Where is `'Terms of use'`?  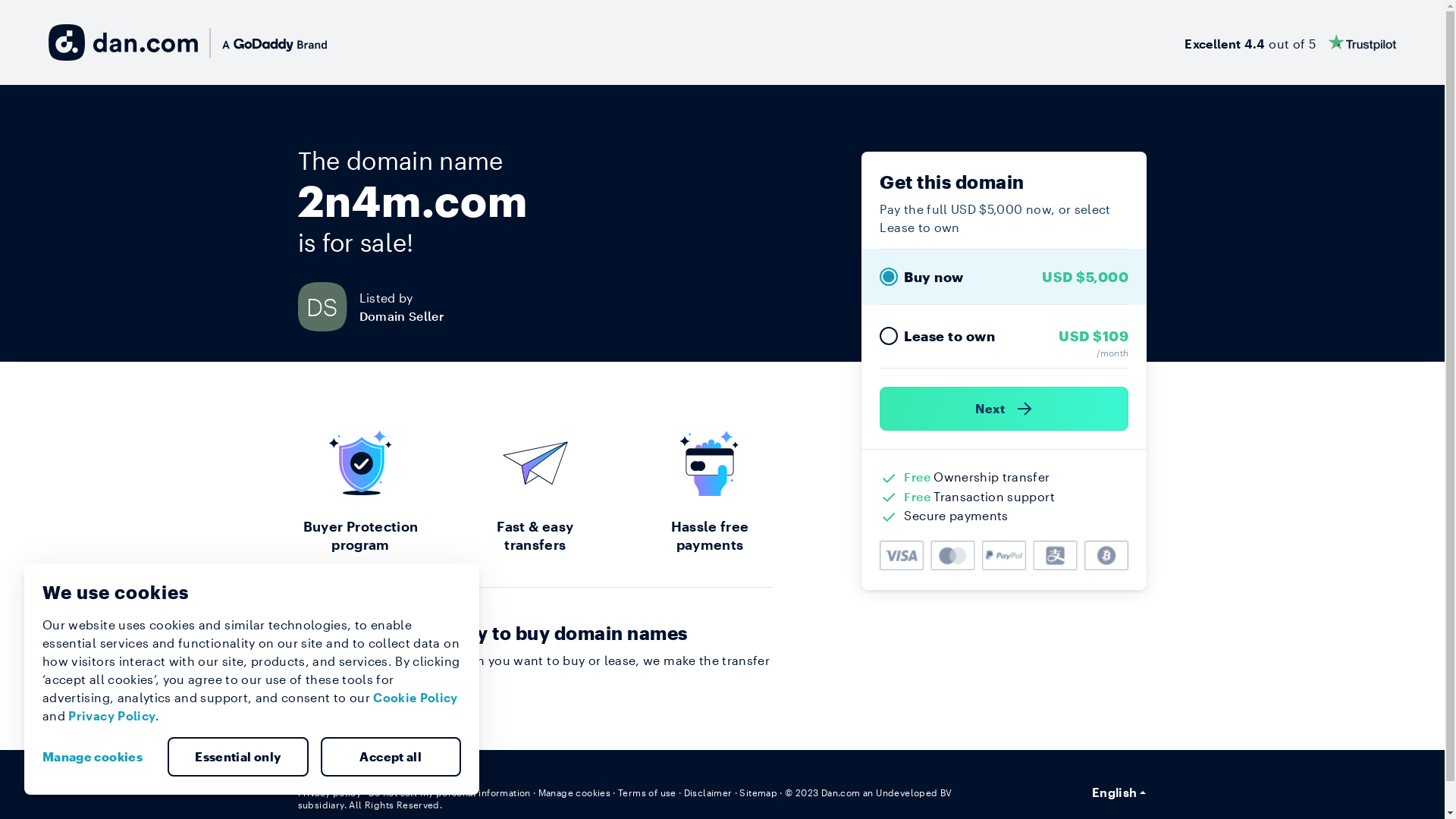 'Terms of use' is located at coordinates (618, 792).